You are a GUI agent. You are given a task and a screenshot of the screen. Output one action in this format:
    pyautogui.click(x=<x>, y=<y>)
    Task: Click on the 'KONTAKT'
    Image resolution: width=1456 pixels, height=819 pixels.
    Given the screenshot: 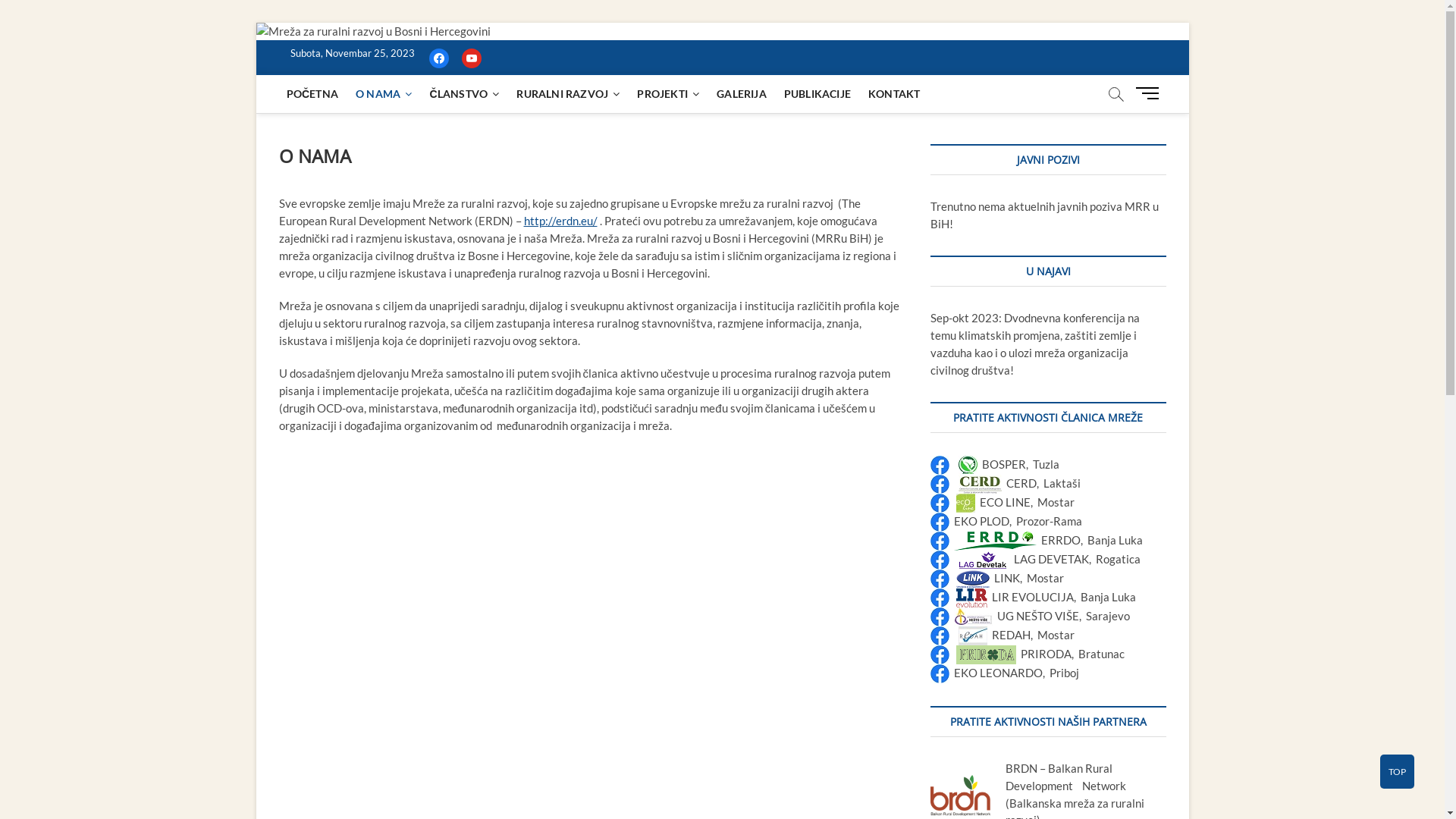 What is the action you would take?
    pyautogui.click(x=894, y=93)
    